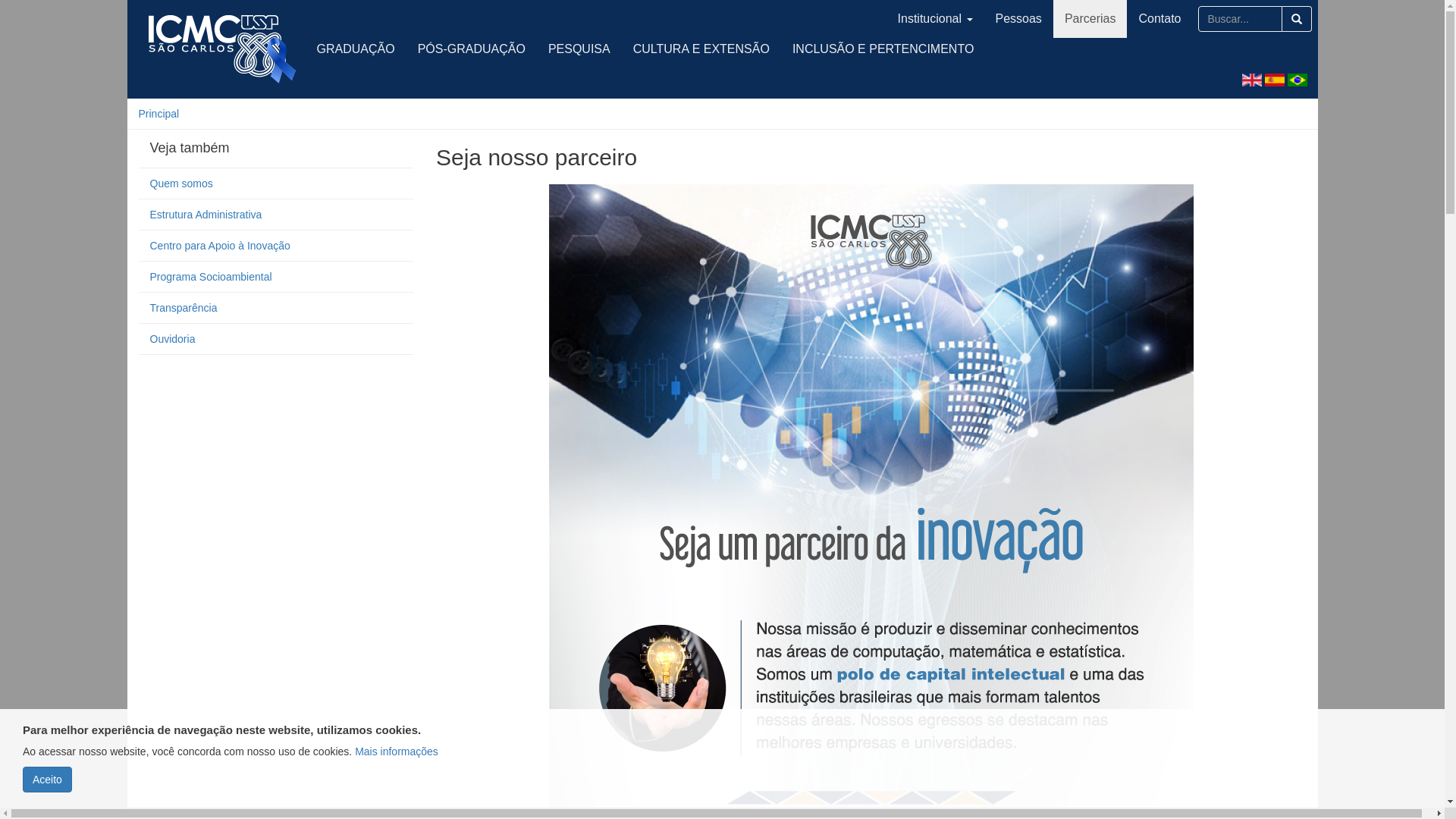 The height and width of the screenshot is (819, 1456). Describe the element at coordinates (1252, 80) in the screenshot. I see `'English'` at that location.